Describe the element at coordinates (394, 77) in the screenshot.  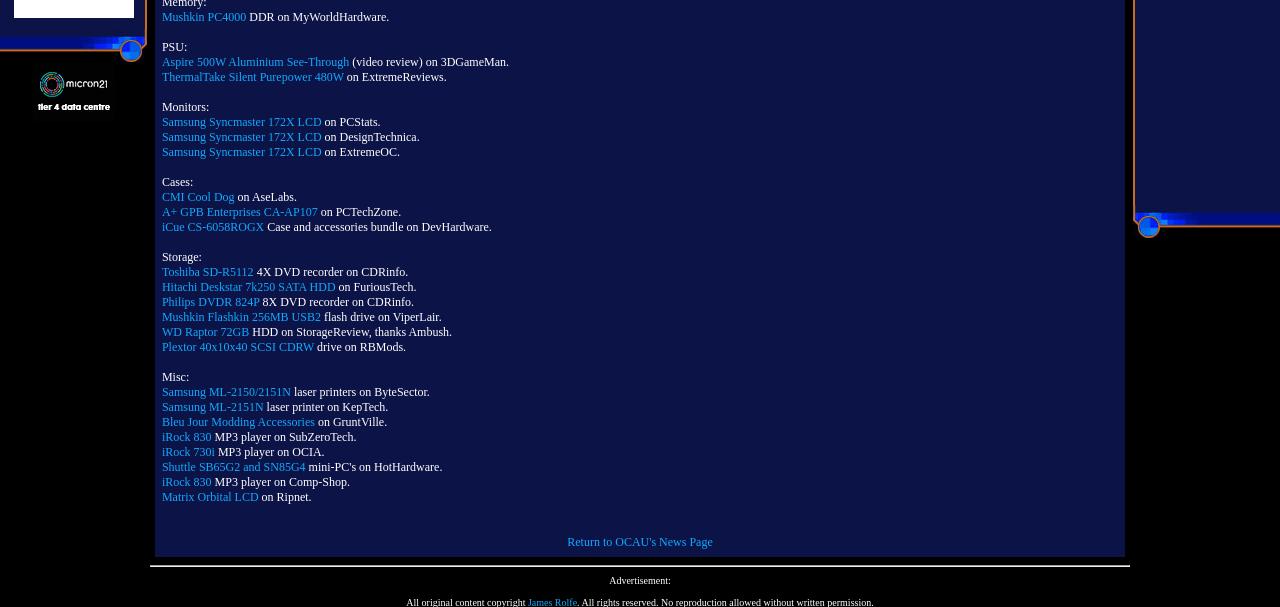
I see `'on ExtremeReviews.'` at that location.